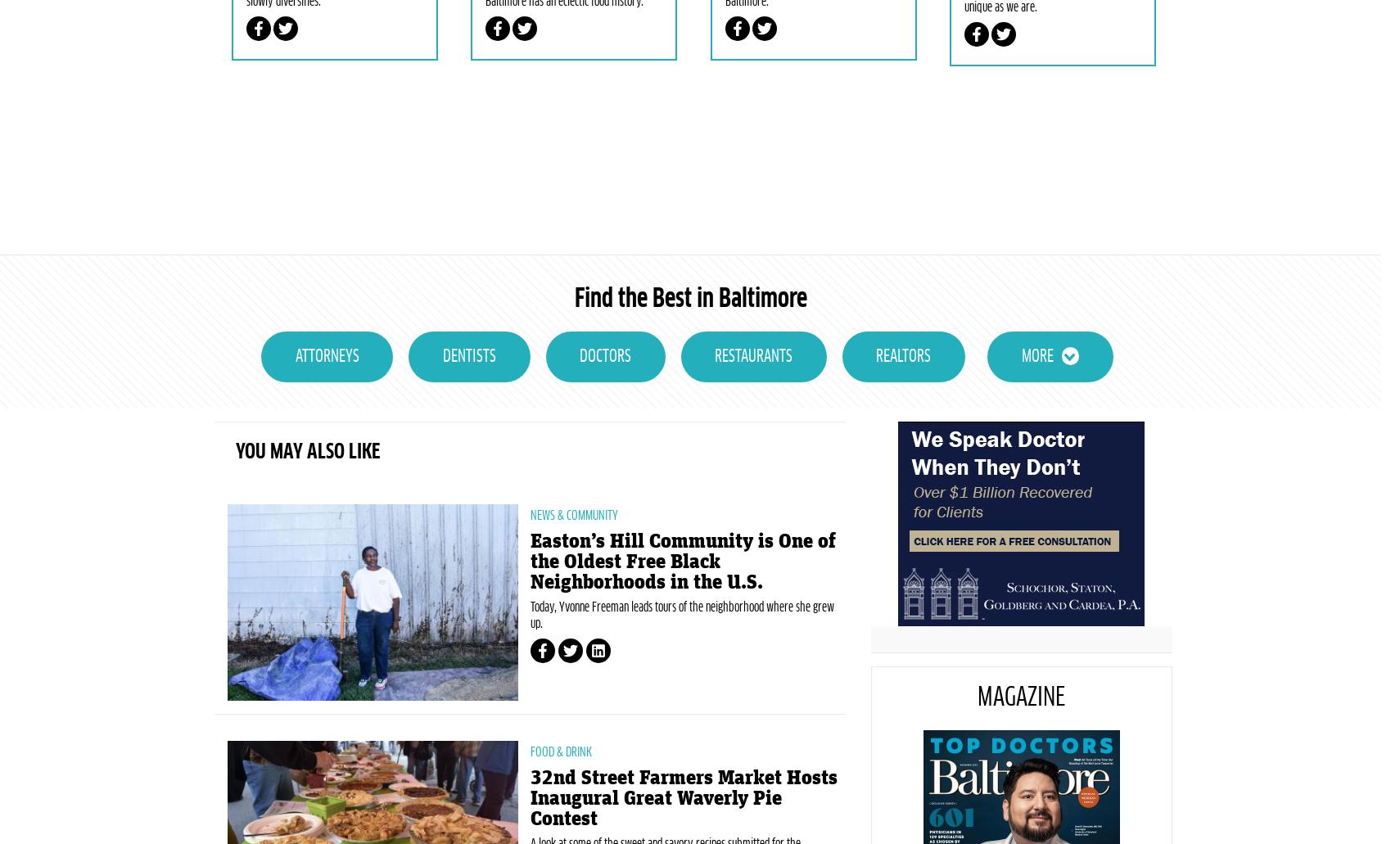 This screenshot has width=1400, height=844. Describe the element at coordinates (964, 43) in the screenshot. I see `'Game Faces'` at that location.